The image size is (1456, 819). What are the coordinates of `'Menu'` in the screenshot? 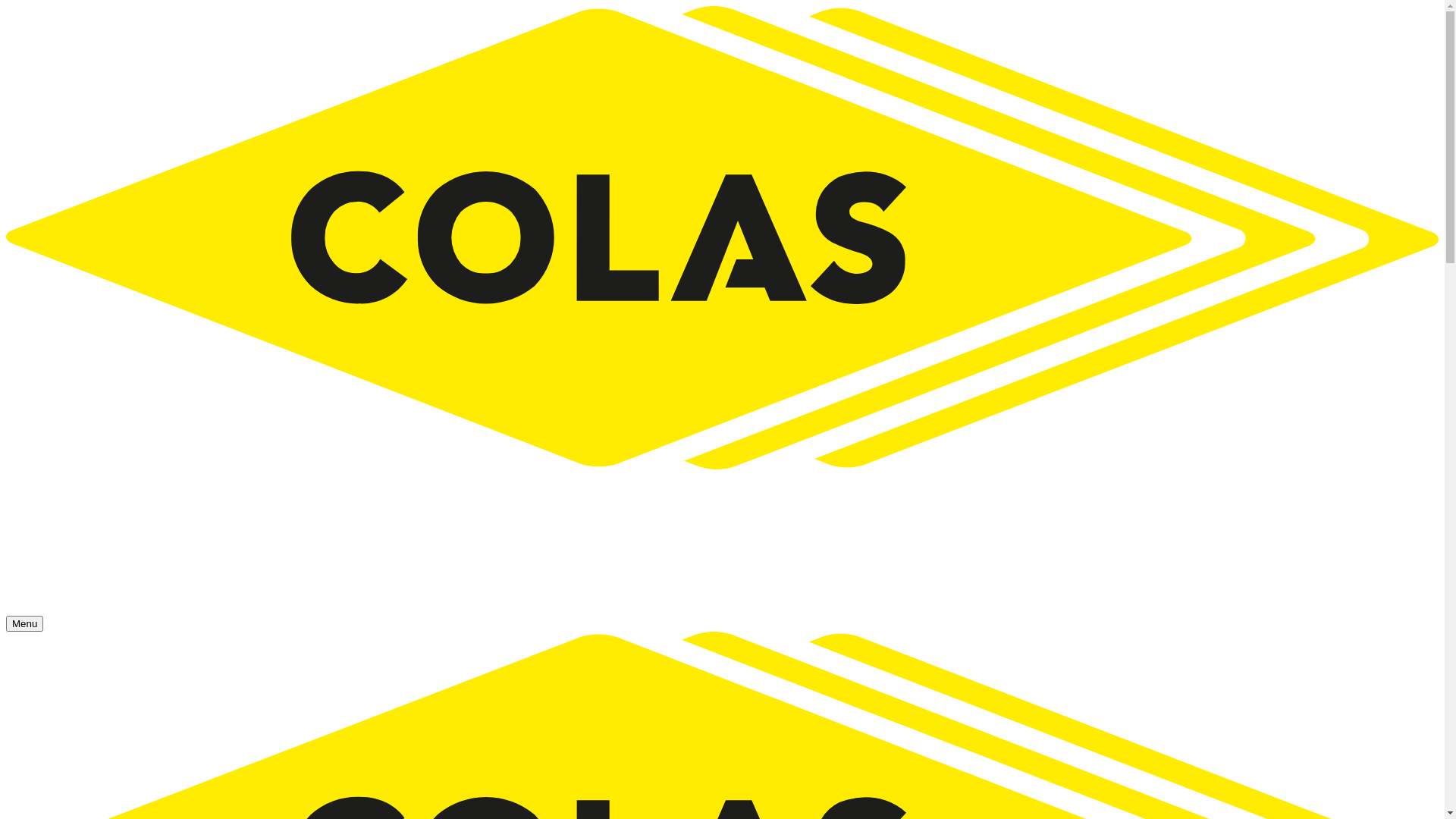 It's located at (24, 623).